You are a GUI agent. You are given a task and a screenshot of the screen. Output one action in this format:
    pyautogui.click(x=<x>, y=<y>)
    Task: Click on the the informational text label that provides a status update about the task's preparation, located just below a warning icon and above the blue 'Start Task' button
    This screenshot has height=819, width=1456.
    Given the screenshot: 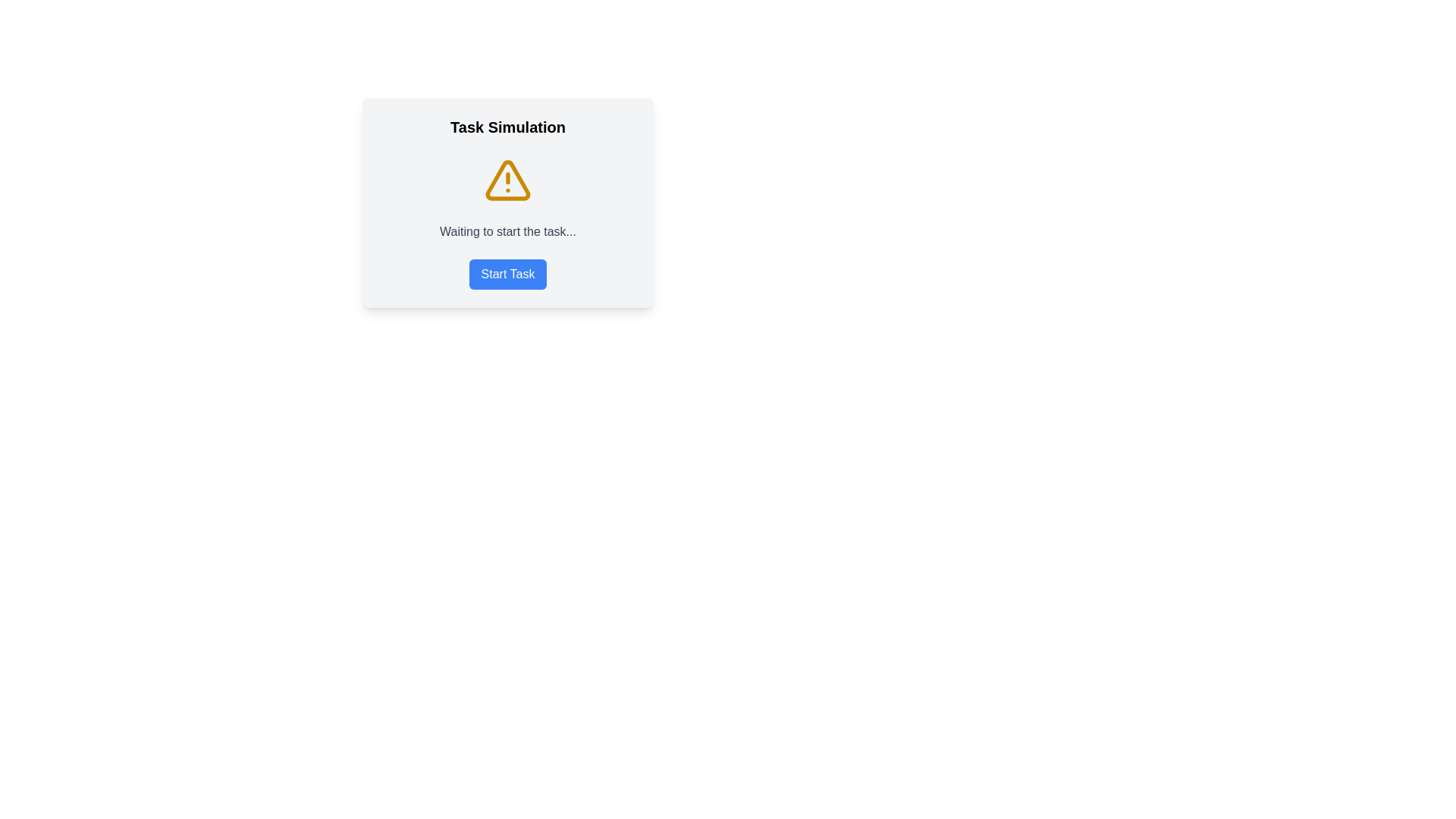 What is the action you would take?
    pyautogui.click(x=508, y=231)
    